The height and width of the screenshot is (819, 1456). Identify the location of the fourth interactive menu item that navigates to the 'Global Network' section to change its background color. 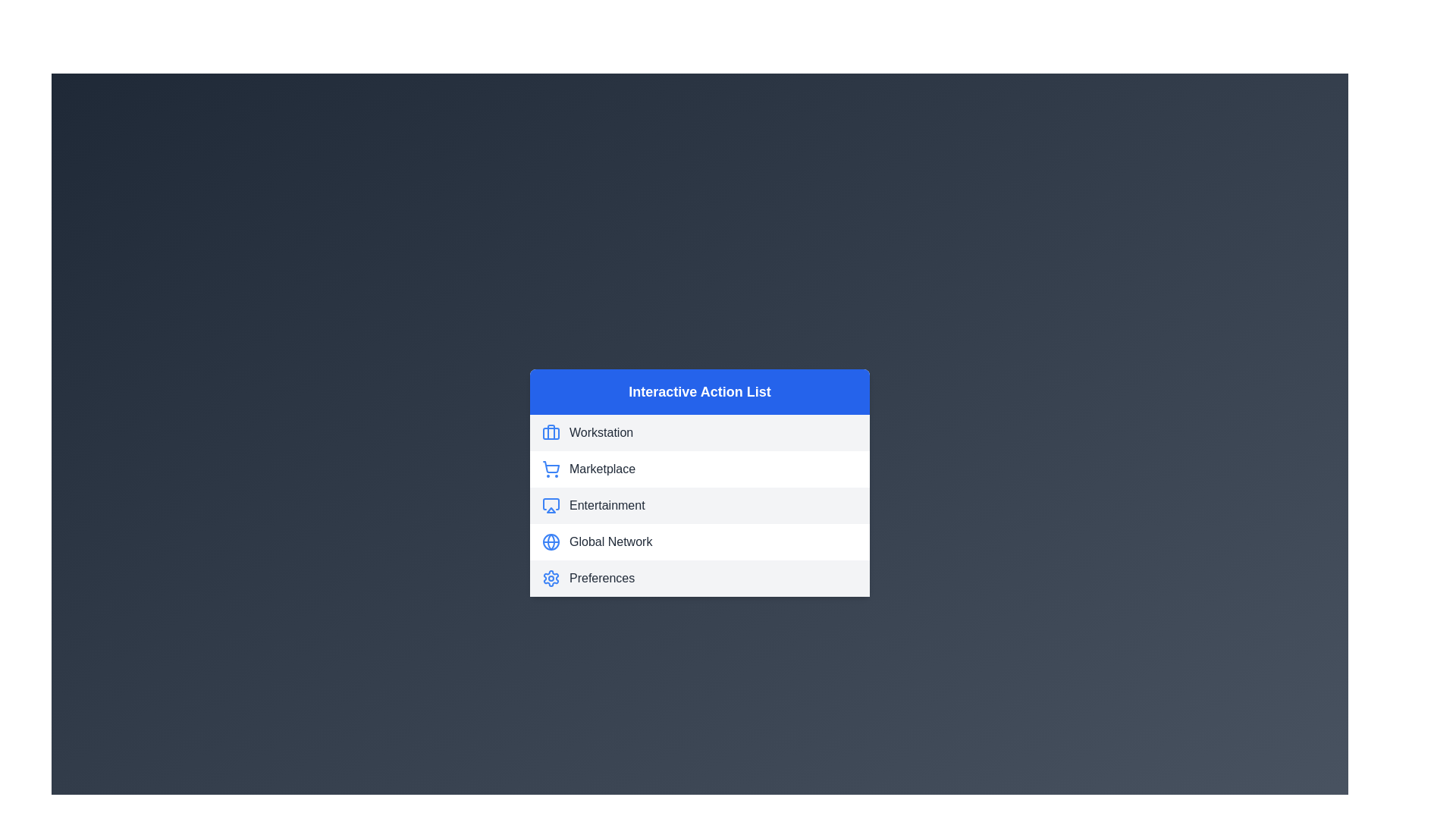
(698, 541).